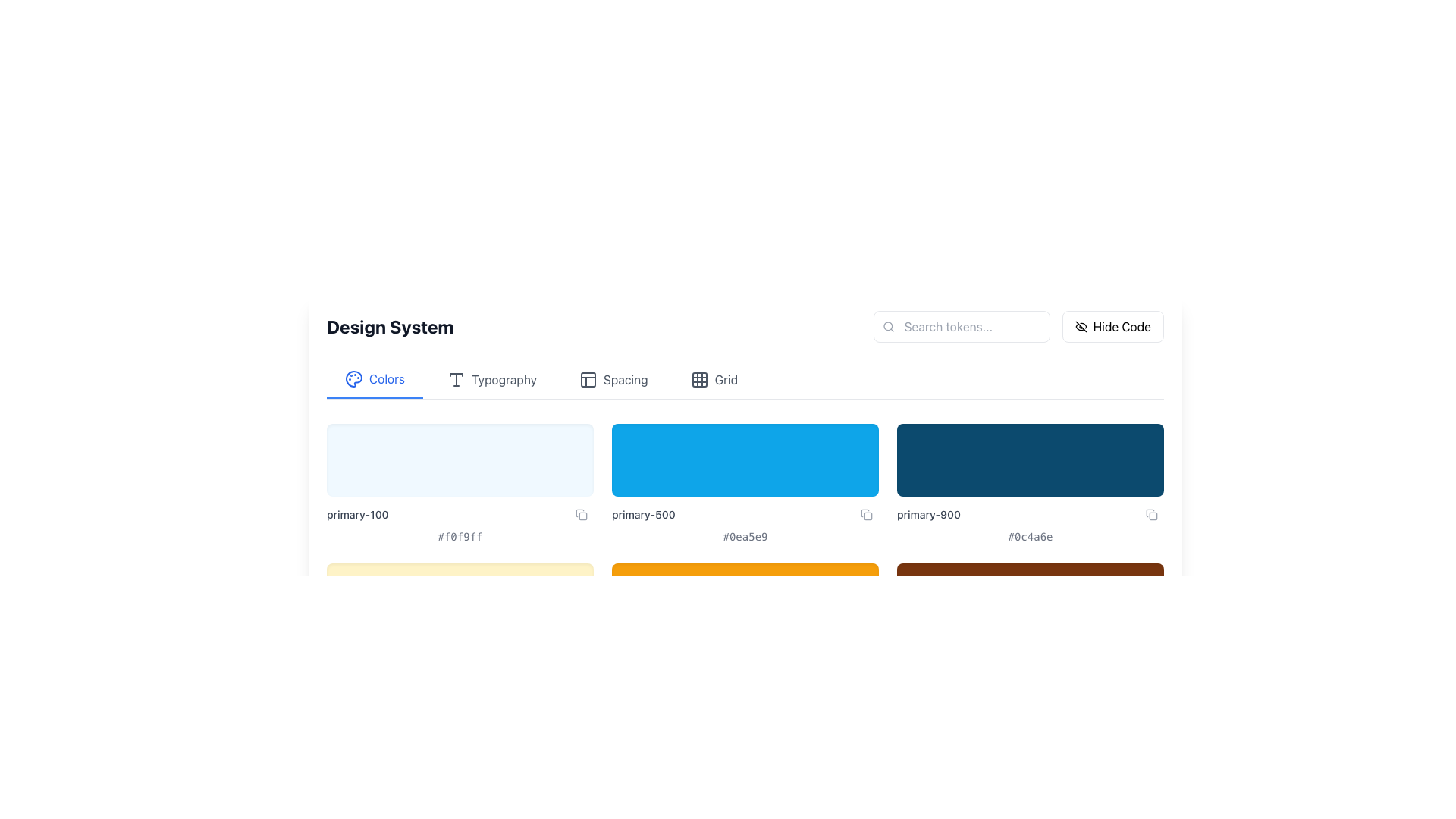 The width and height of the screenshot is (1456, 819). What do you see at coordinates (961, 326) in the screenshot?
I see `the text input field located near the top-right corner of the layout, to the left of the 'Hide Code' button` at bounding box center [961, 326].